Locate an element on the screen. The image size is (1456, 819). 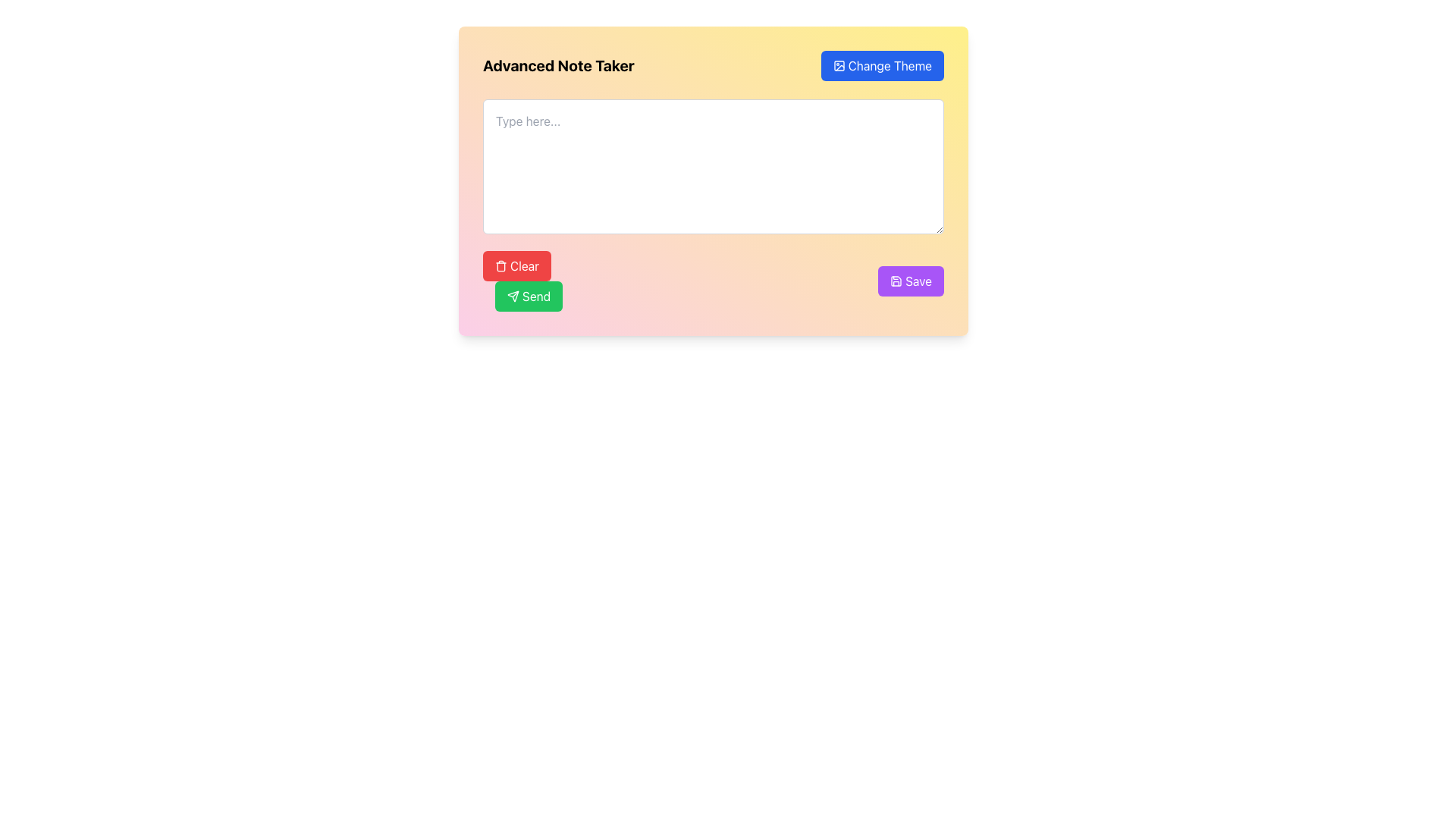
the clear button located below the text input field is located at coordinates (516, 265).